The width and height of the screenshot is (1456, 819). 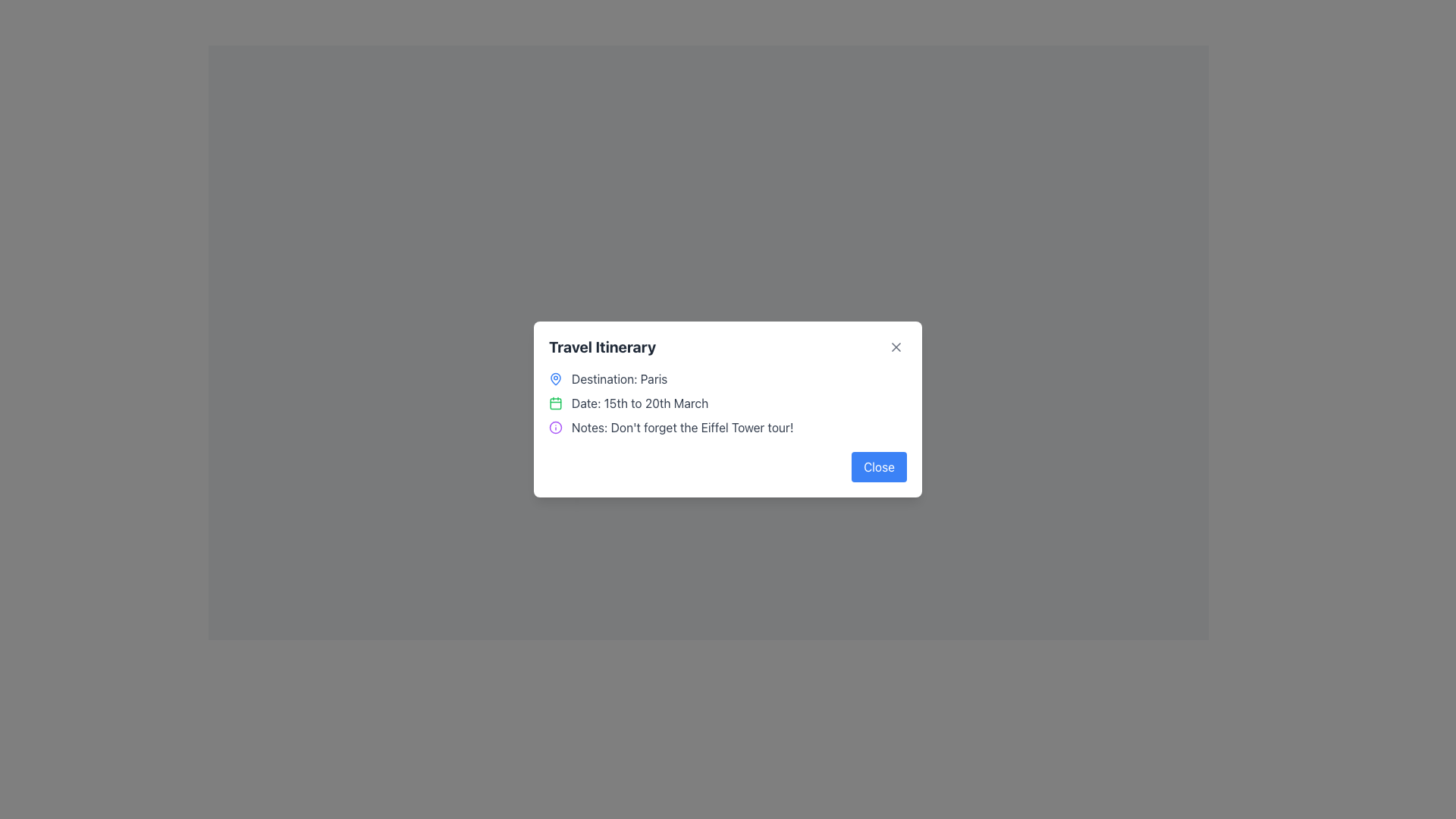 I want to click on the travel date text label, which is positioned below the 'Destination: Paris' and above the 'Notes: Don't forget the Eiffel Tower tour!' text in the dialog box, so click(x=640, y=403).